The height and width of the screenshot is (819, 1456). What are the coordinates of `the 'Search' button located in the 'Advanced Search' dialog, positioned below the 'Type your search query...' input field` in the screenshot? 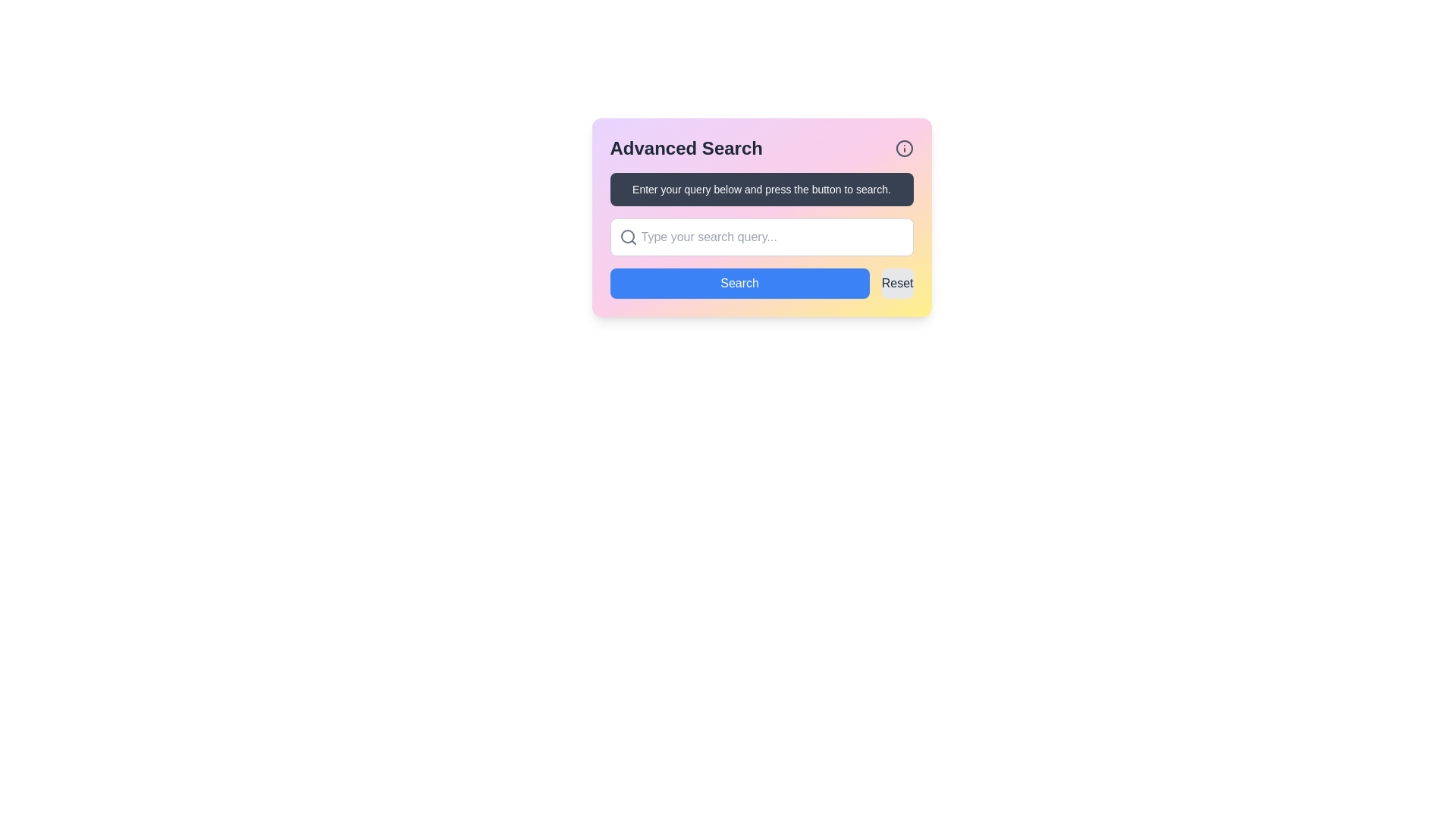 It's located at (739, 284).